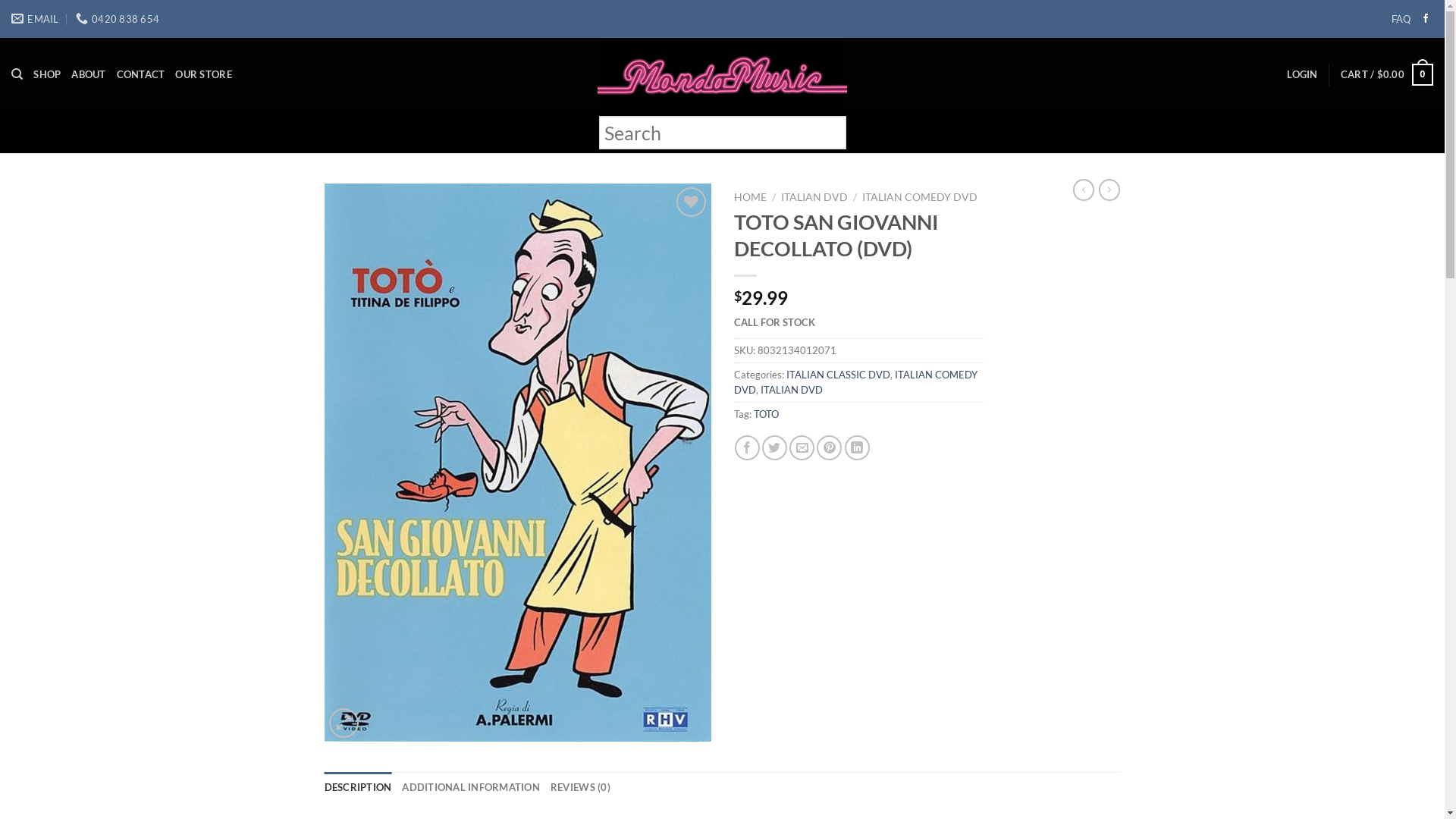  What do you see at coordinates (750, 196) in the screenshot?
I see `'HOME'` at bounding box center [750, 196].